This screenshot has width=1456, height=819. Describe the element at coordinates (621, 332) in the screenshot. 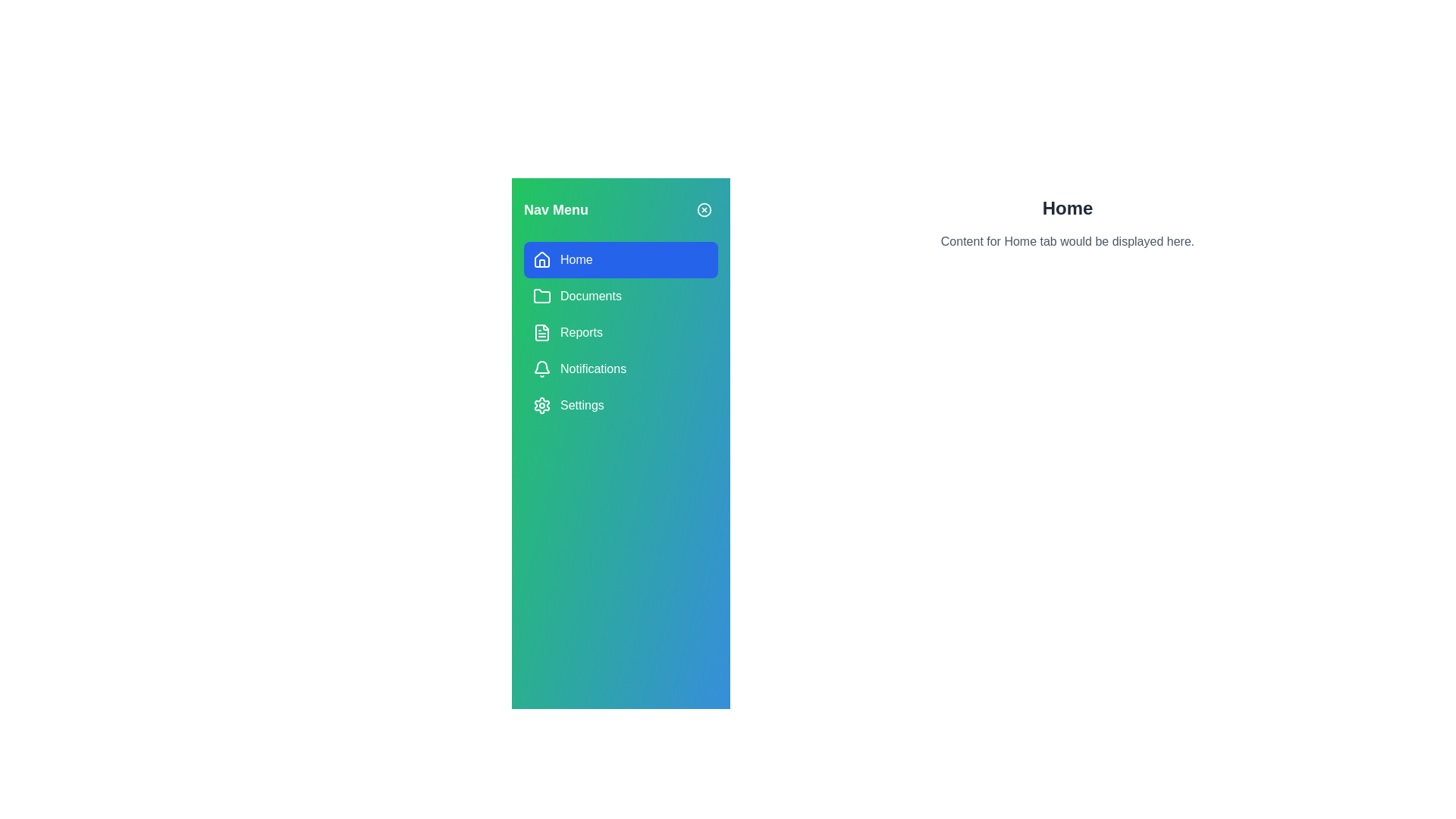

I see `the tab Reports in the navigation menu` at that location.